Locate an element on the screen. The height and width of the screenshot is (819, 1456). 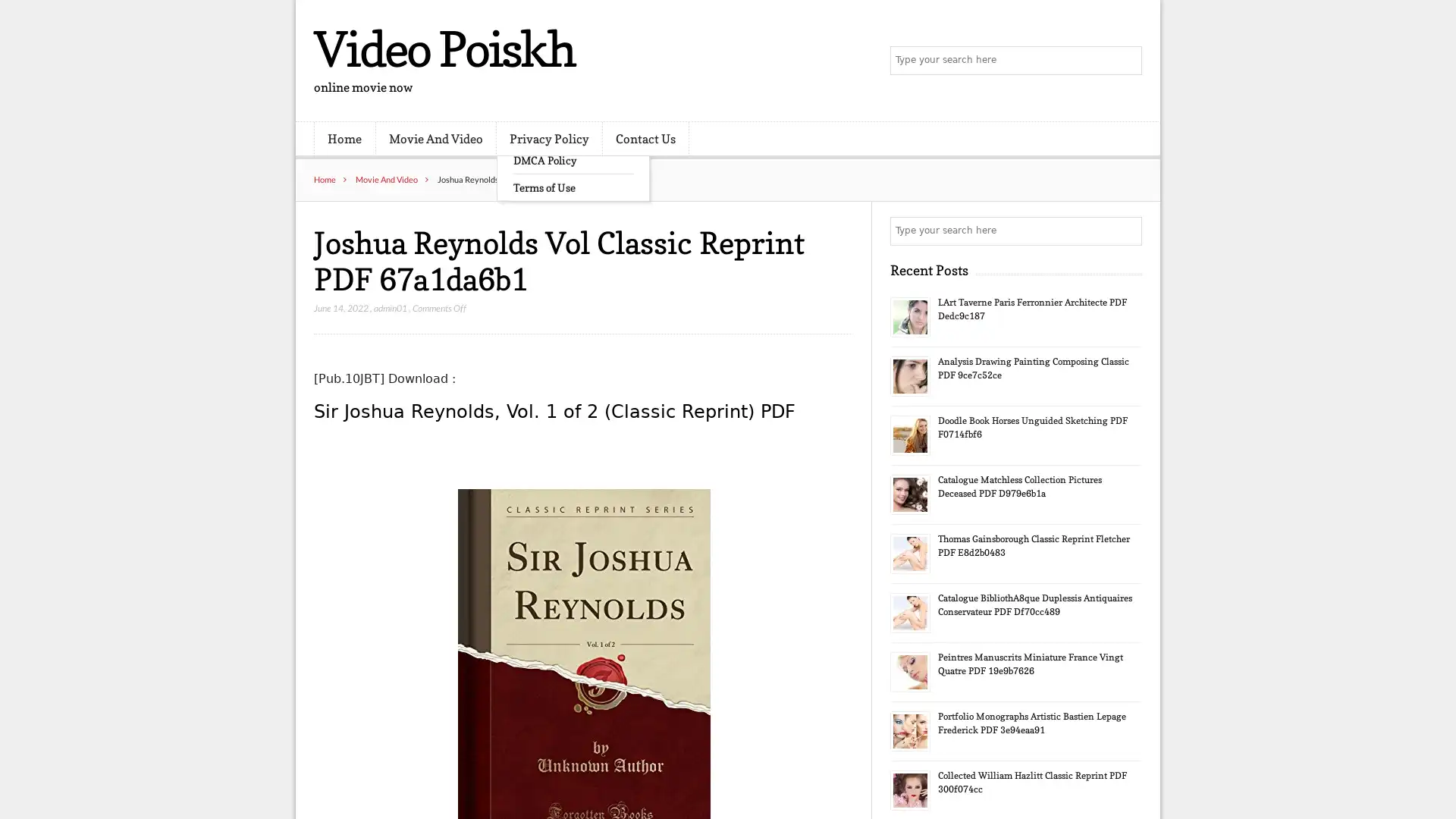
Search is located at coordinates (1126, 61).